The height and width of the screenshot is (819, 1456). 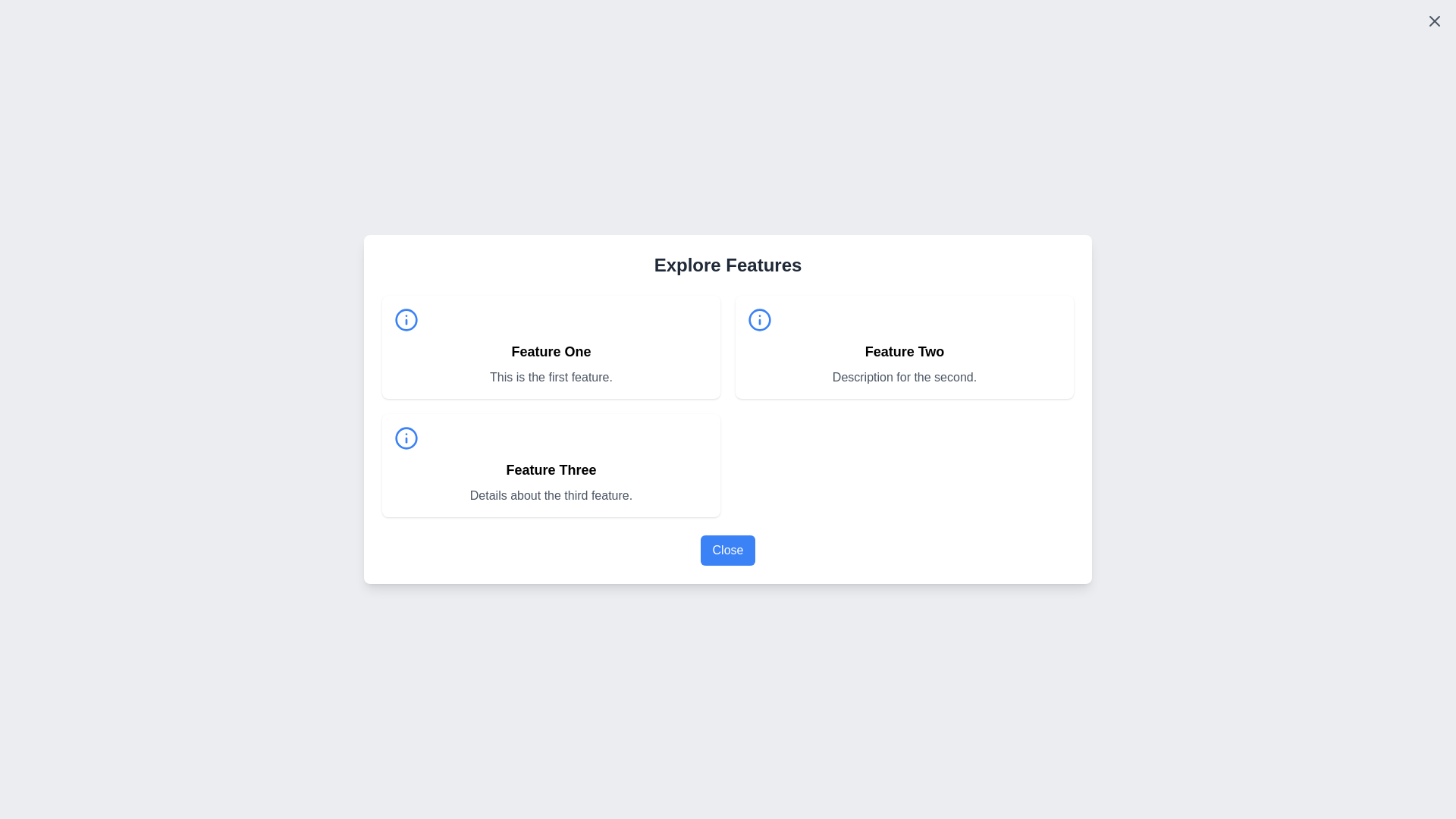 What do you see at coordinates (905, 376) in the screenshot?
I see `the text label providing additional information about 'Feature Two', located below the heading 'Feature Two' in the card section` at bounding box center [905, 376].